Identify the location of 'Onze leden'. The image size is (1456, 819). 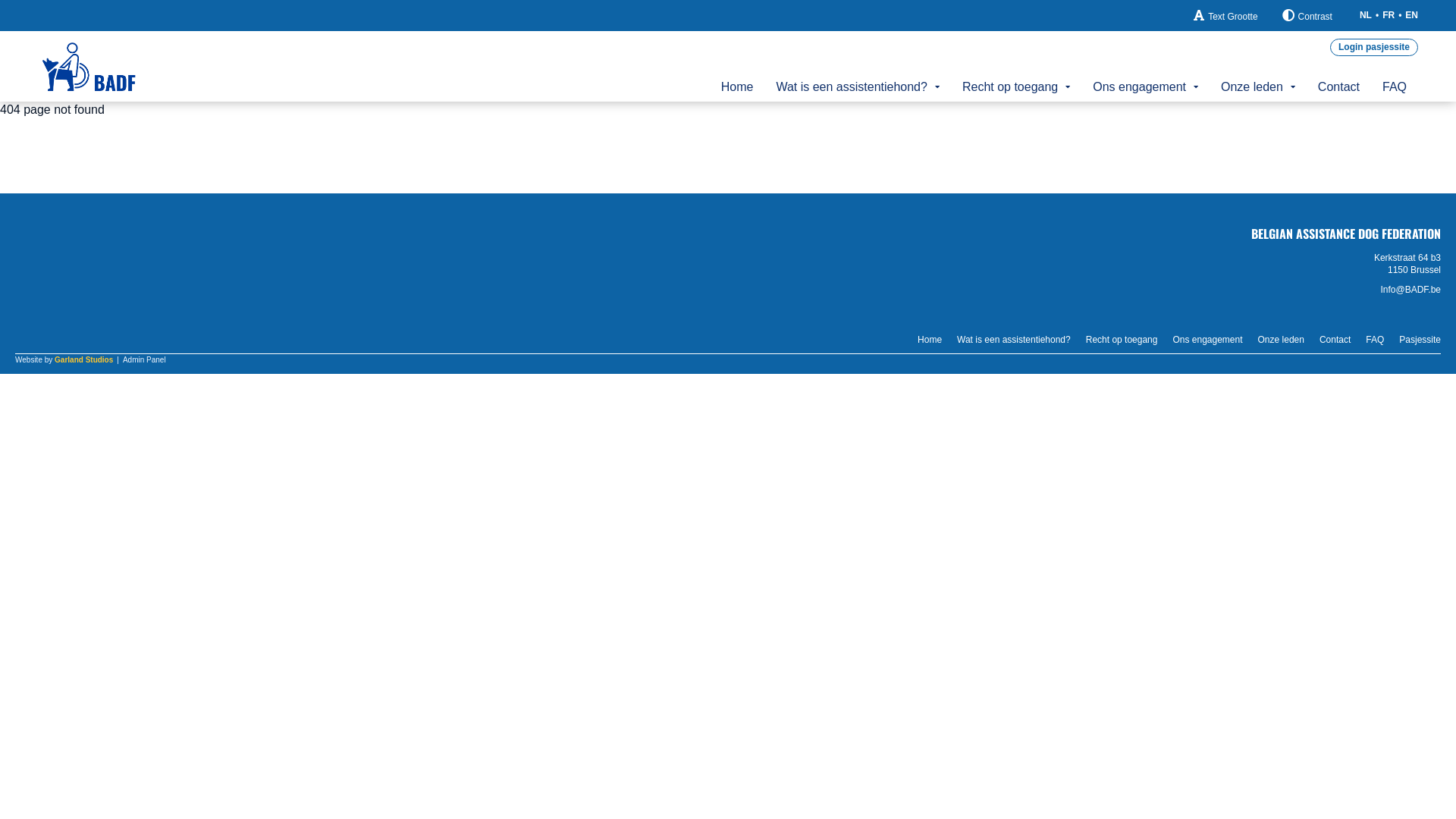
(1208, 86).